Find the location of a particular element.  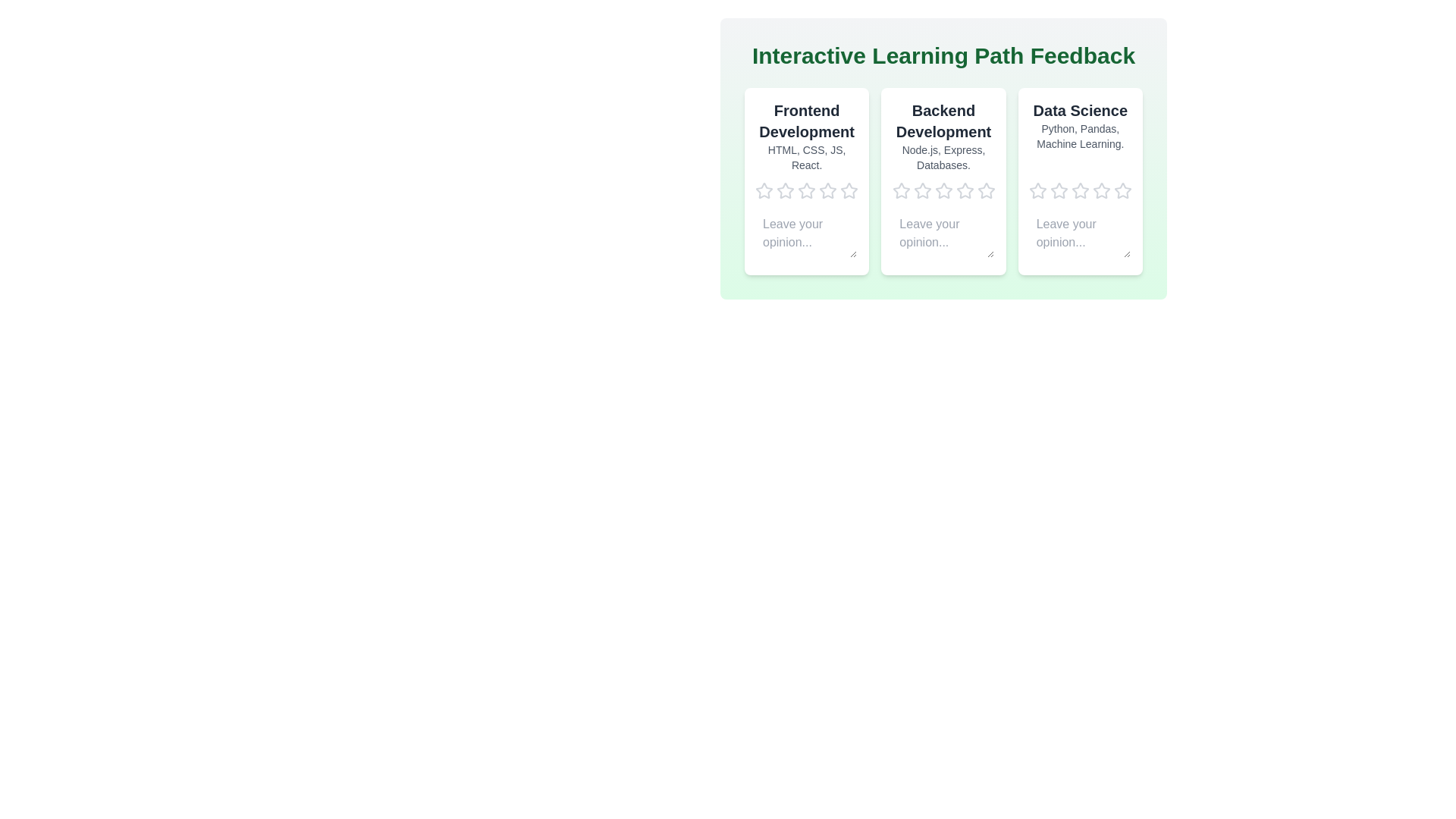

the learning path card for Data Science is located at coordinates (1079, 180).